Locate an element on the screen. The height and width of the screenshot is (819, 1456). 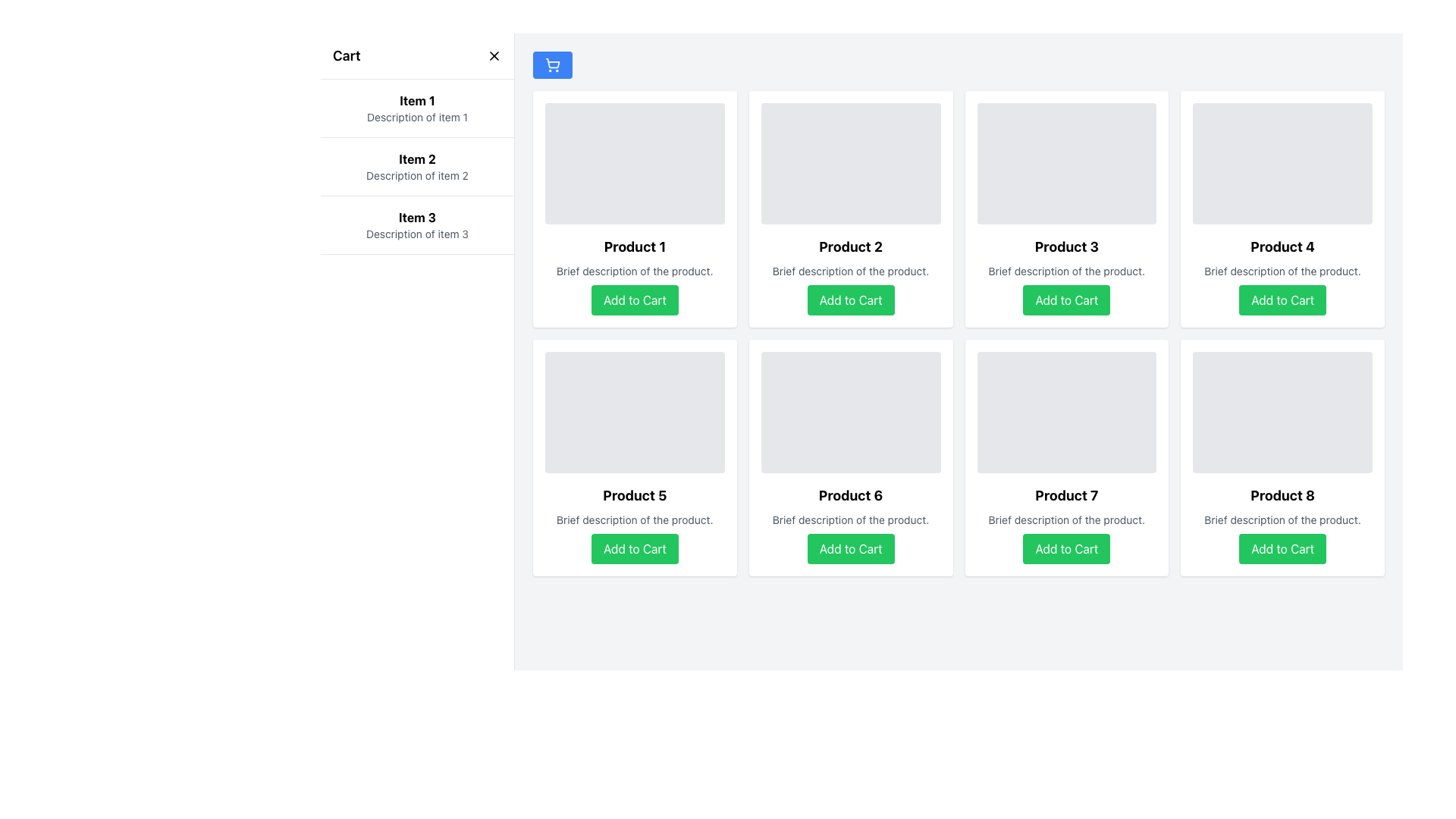
the close button located at the top right corner of the cart section header is located at coordinates (494, 55).